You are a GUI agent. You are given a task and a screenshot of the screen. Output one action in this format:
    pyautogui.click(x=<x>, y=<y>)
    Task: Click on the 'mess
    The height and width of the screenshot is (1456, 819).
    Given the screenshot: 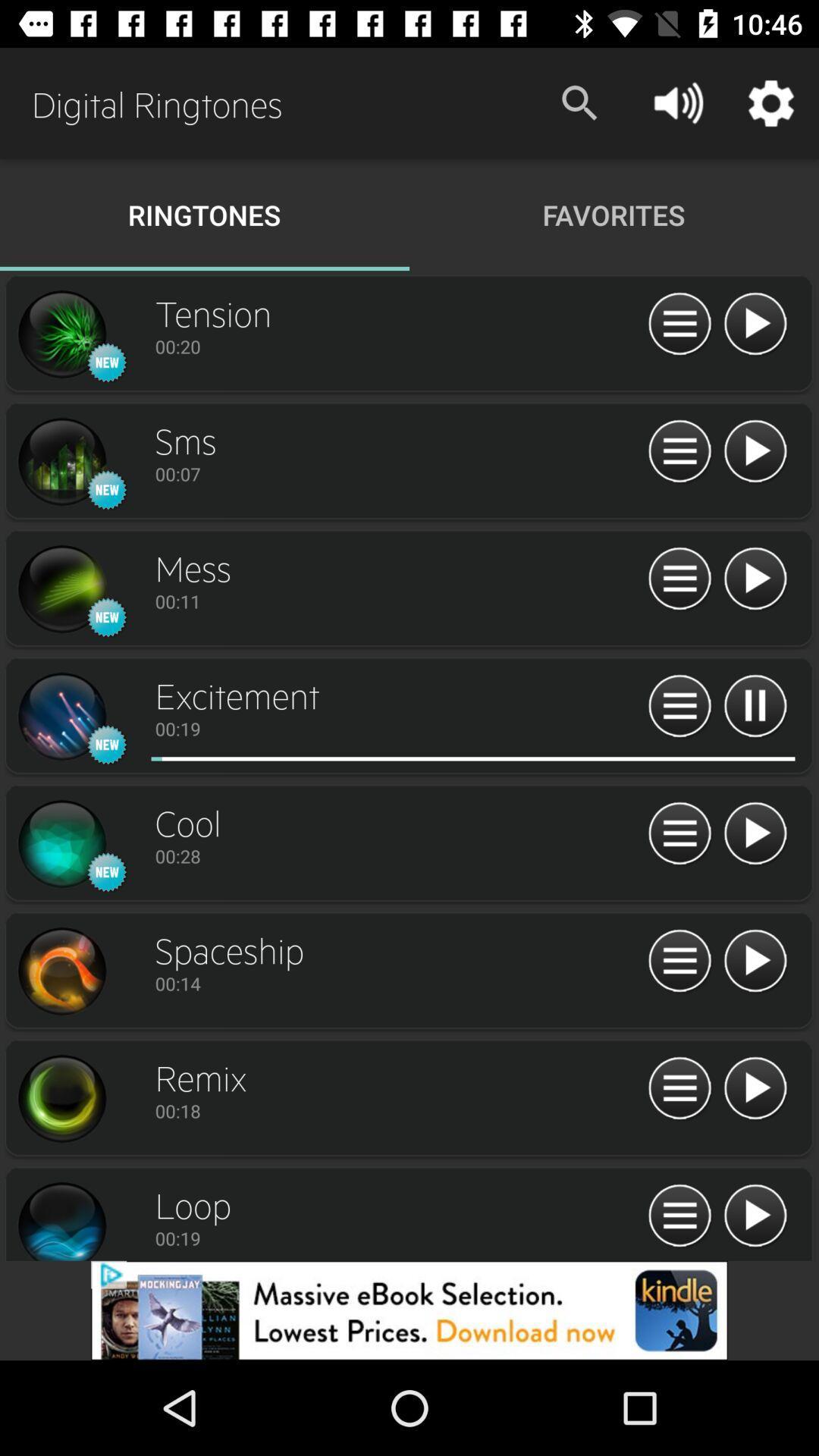 What is the action you would take?
    pyautogui.click(x=755, y=579)
    